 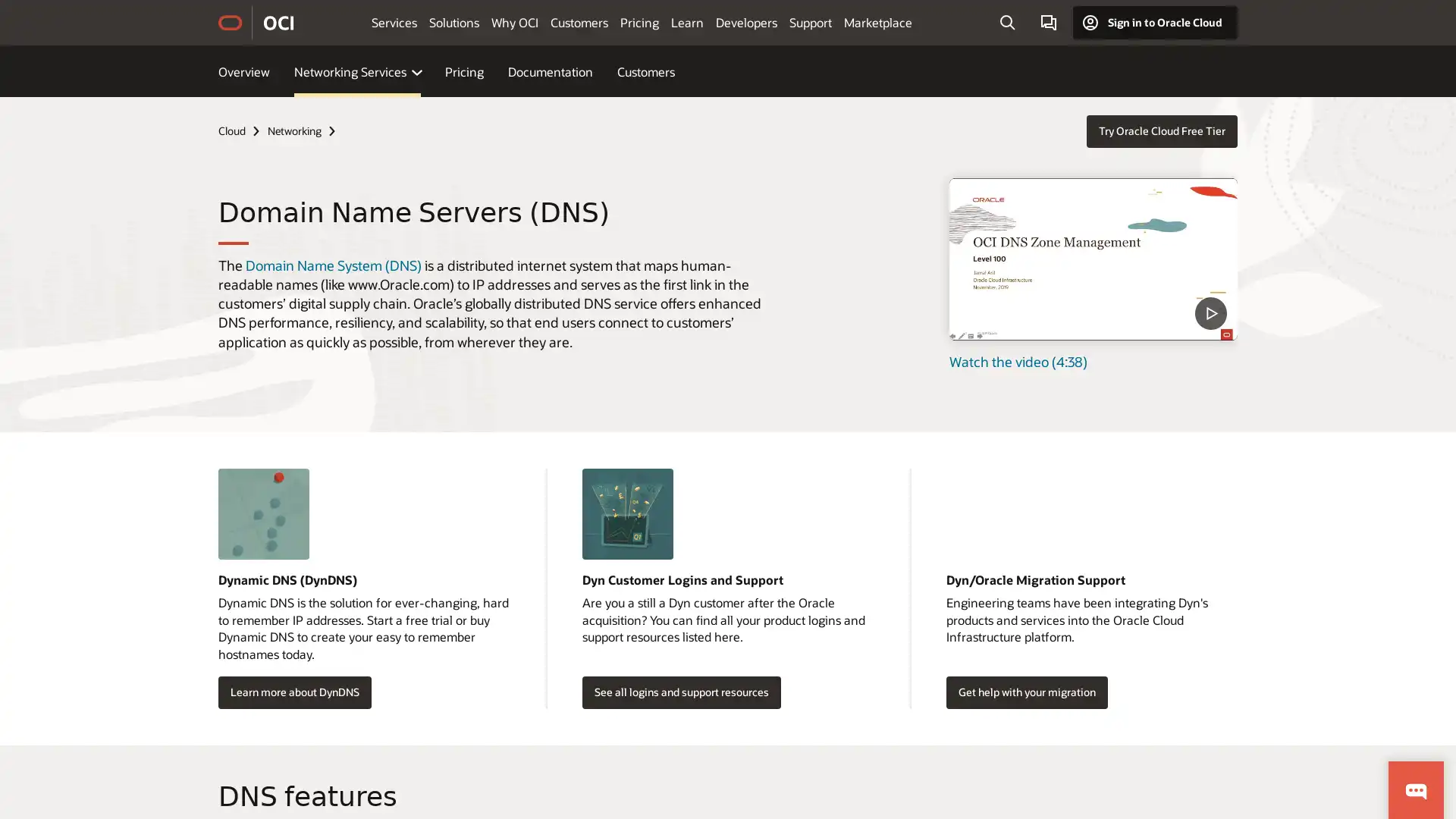 What do you see at coordinates (453, 22) in the screenshot?
I see `Solutions` at bounding box center [453, 22].